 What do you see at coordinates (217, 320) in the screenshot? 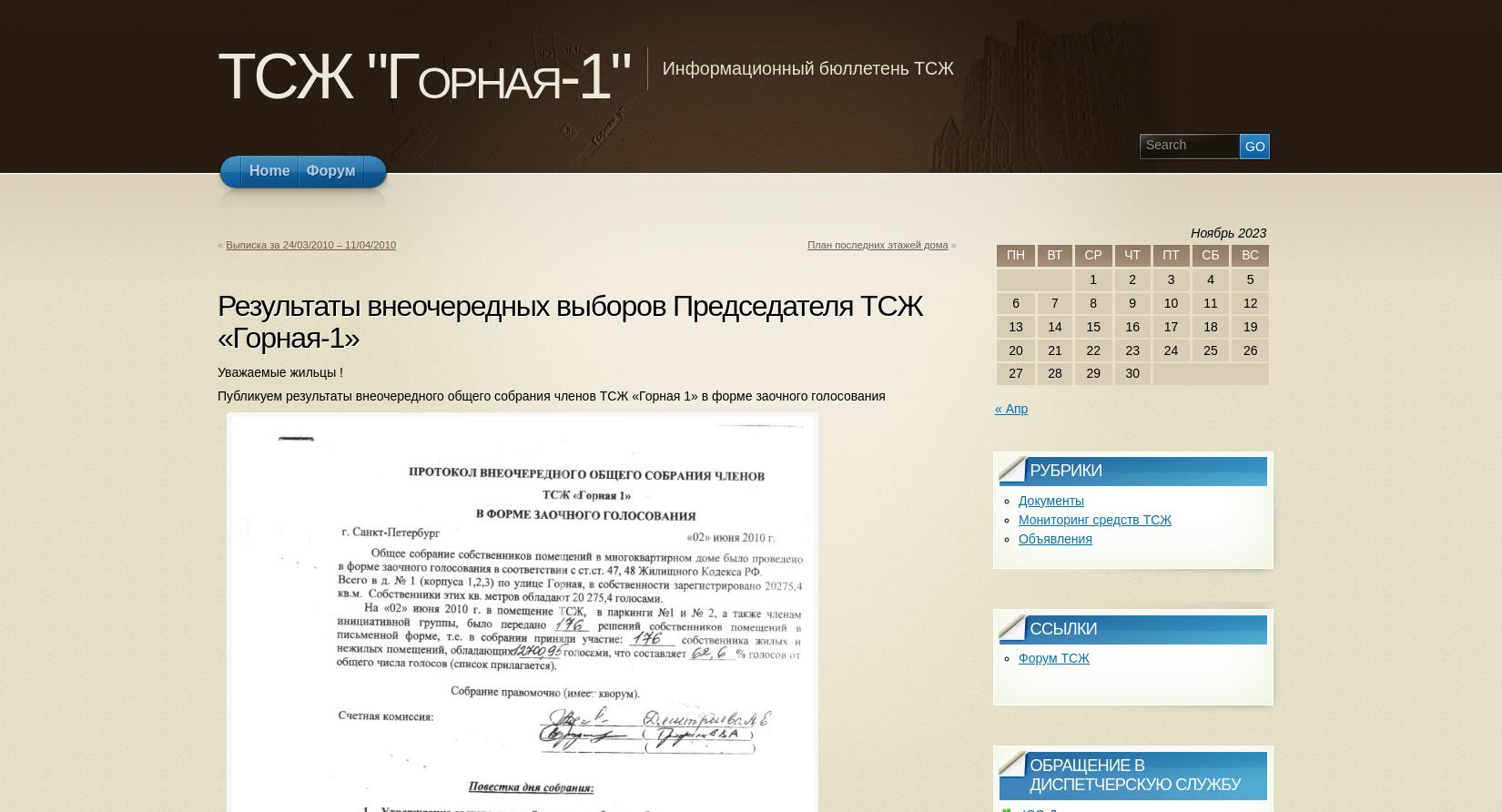
I see `'Результаты внеочередных выборов Председателя ТСЖ «Горная-1»'` at bounding box center [217, 320].